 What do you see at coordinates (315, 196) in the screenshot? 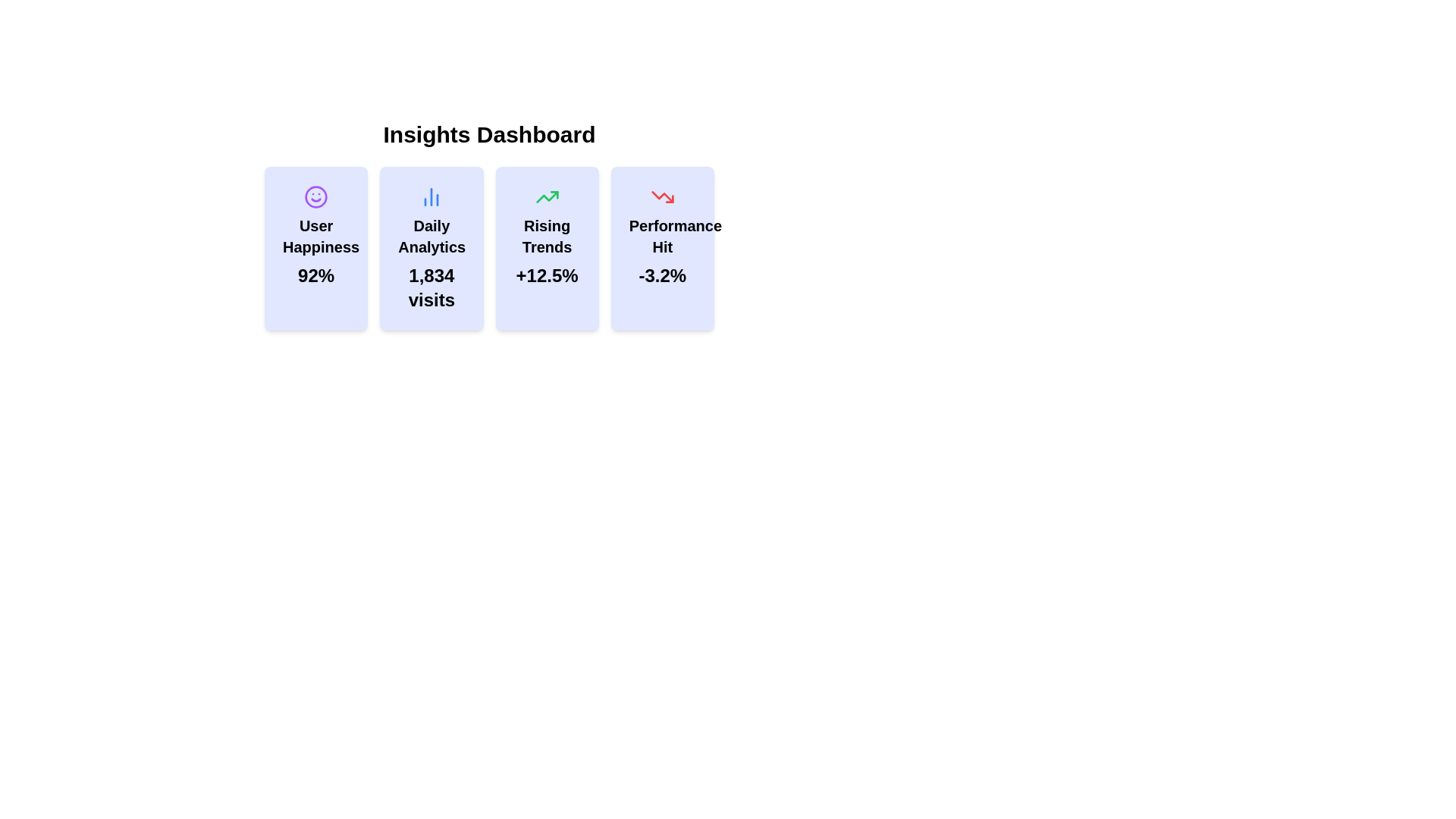
I see `the purple circular icon with a smiley face design, which is located at the top-center of the leftmost card in the second row of the dashboard layout, above the labels 'User Happiness' and '92%` at bounding box center [315, 196].